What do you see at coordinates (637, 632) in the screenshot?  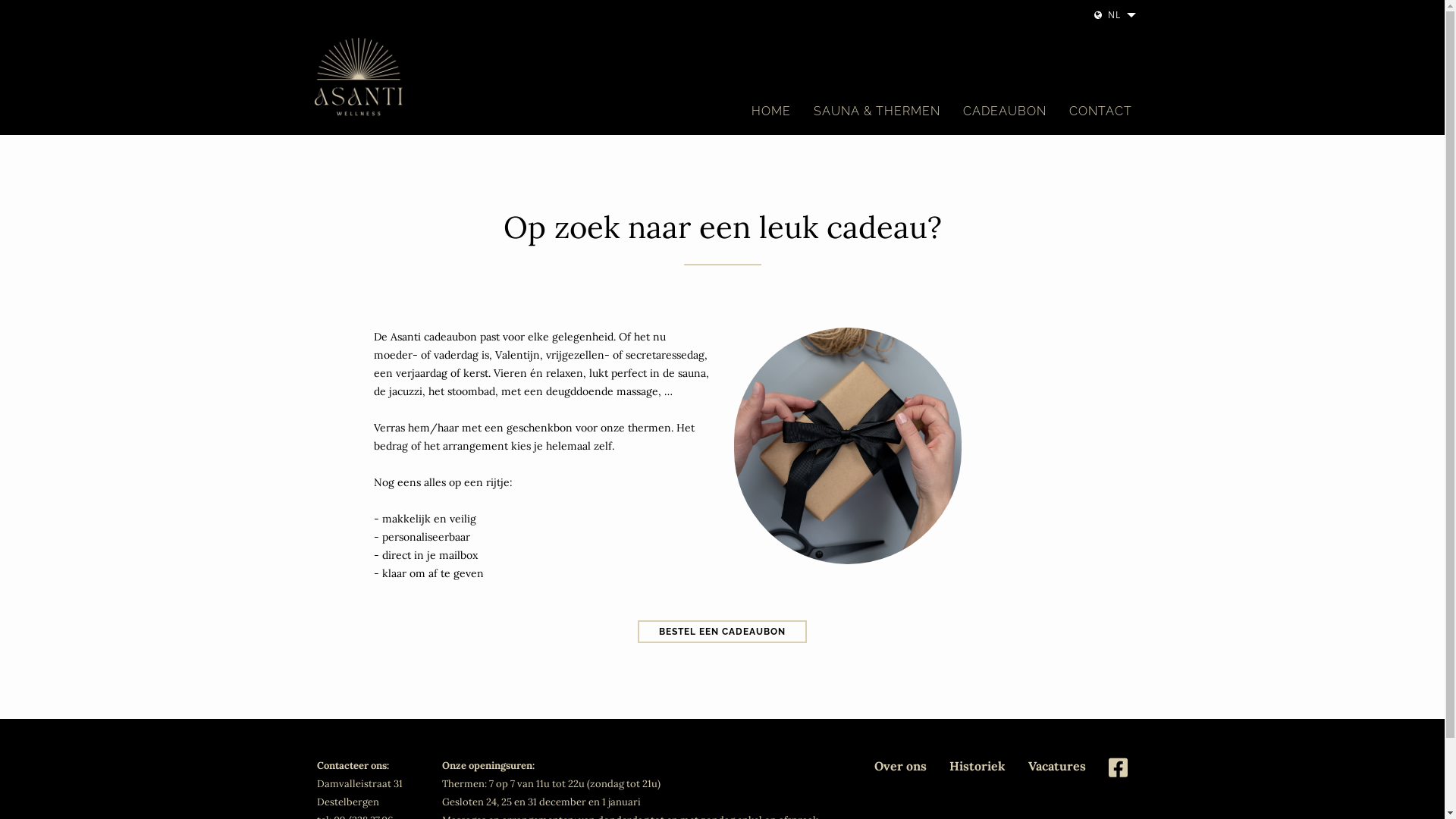 I see `'BESTEL EEN CADEAUBON'` at bounding box center [637, 632].